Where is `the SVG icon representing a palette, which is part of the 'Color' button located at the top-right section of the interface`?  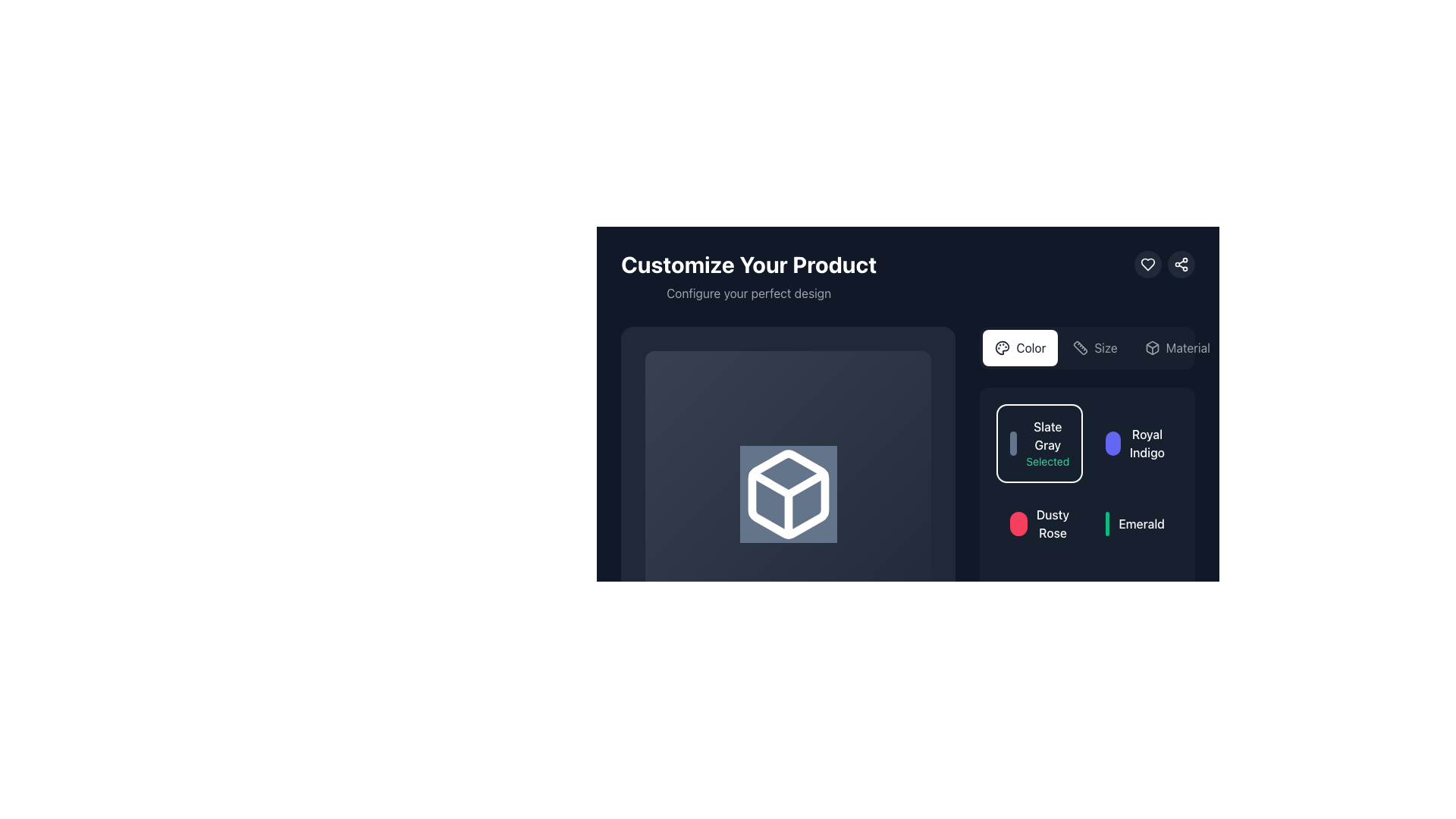 the SVG icon representing a palette, which is part of the 'Color' button located at the top-right section of the interface is located at coordinates (1003, 348).